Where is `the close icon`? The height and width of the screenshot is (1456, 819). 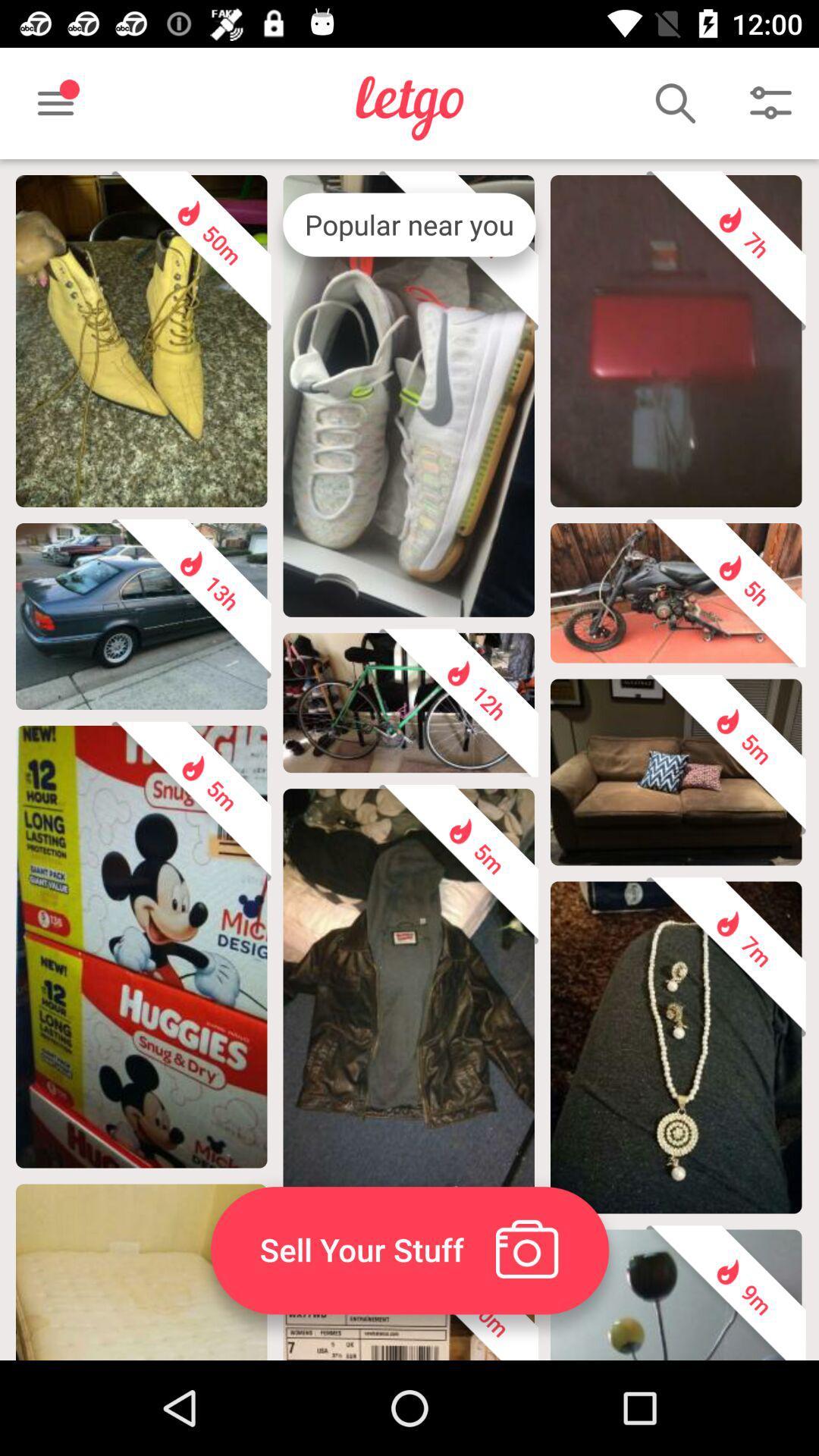
the close icon is located at coordinates (751, 67).